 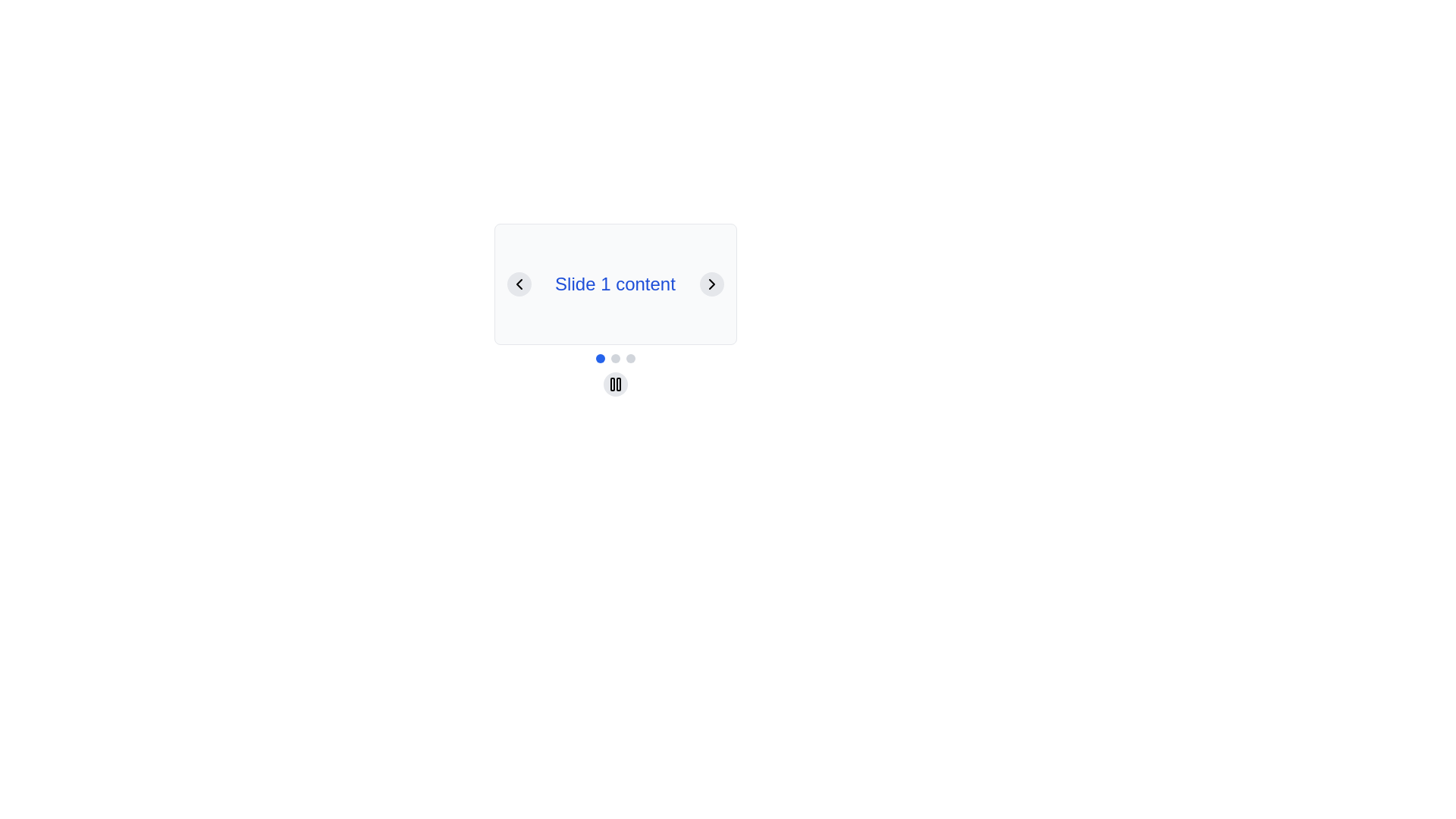 I want to click on the circular button with a light gray background and a black pause symbol, so click(x=615, y=383).